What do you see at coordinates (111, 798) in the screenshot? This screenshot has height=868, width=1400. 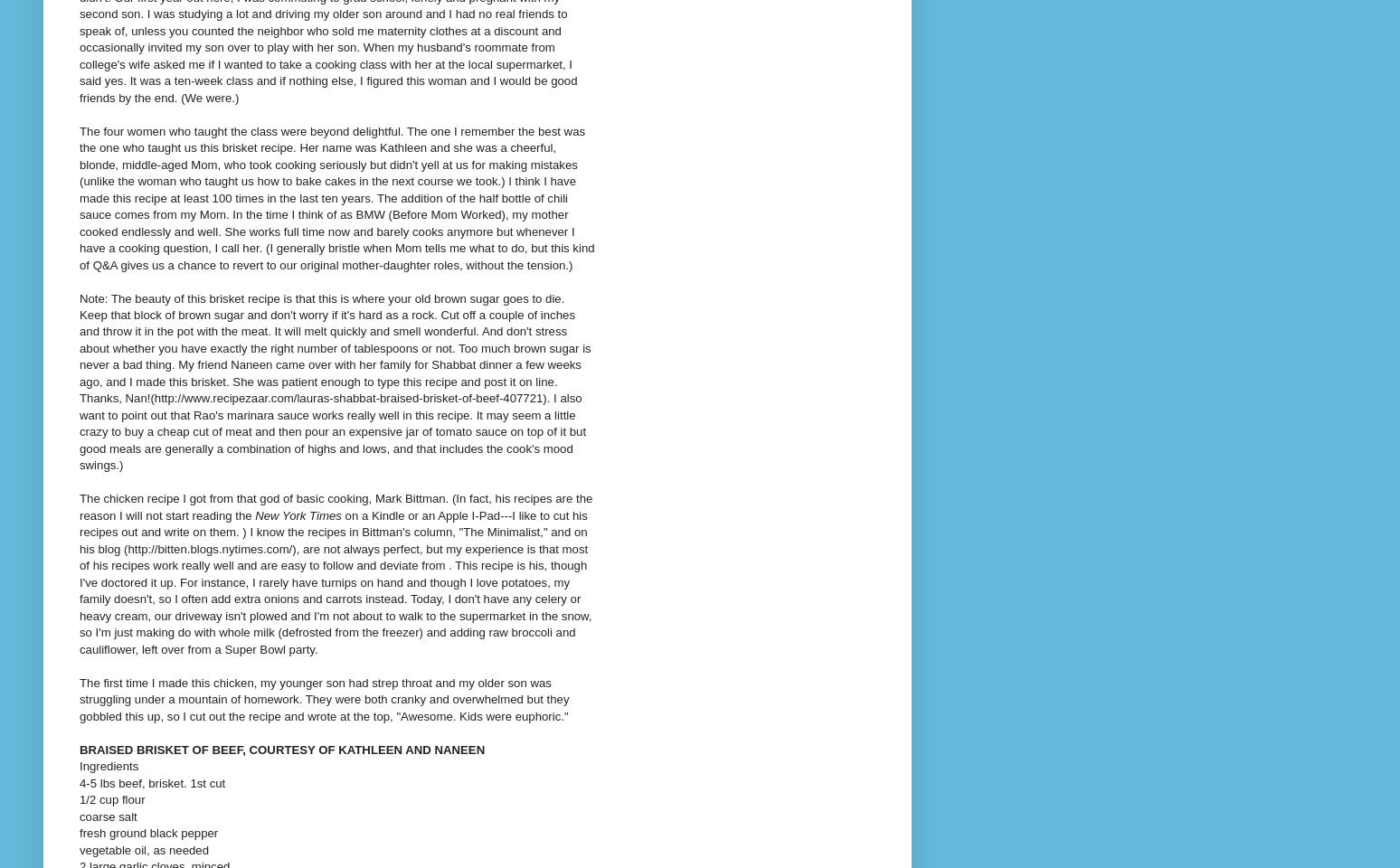 I see `'1/2 cup flour'` at bounding box center [111, 798].